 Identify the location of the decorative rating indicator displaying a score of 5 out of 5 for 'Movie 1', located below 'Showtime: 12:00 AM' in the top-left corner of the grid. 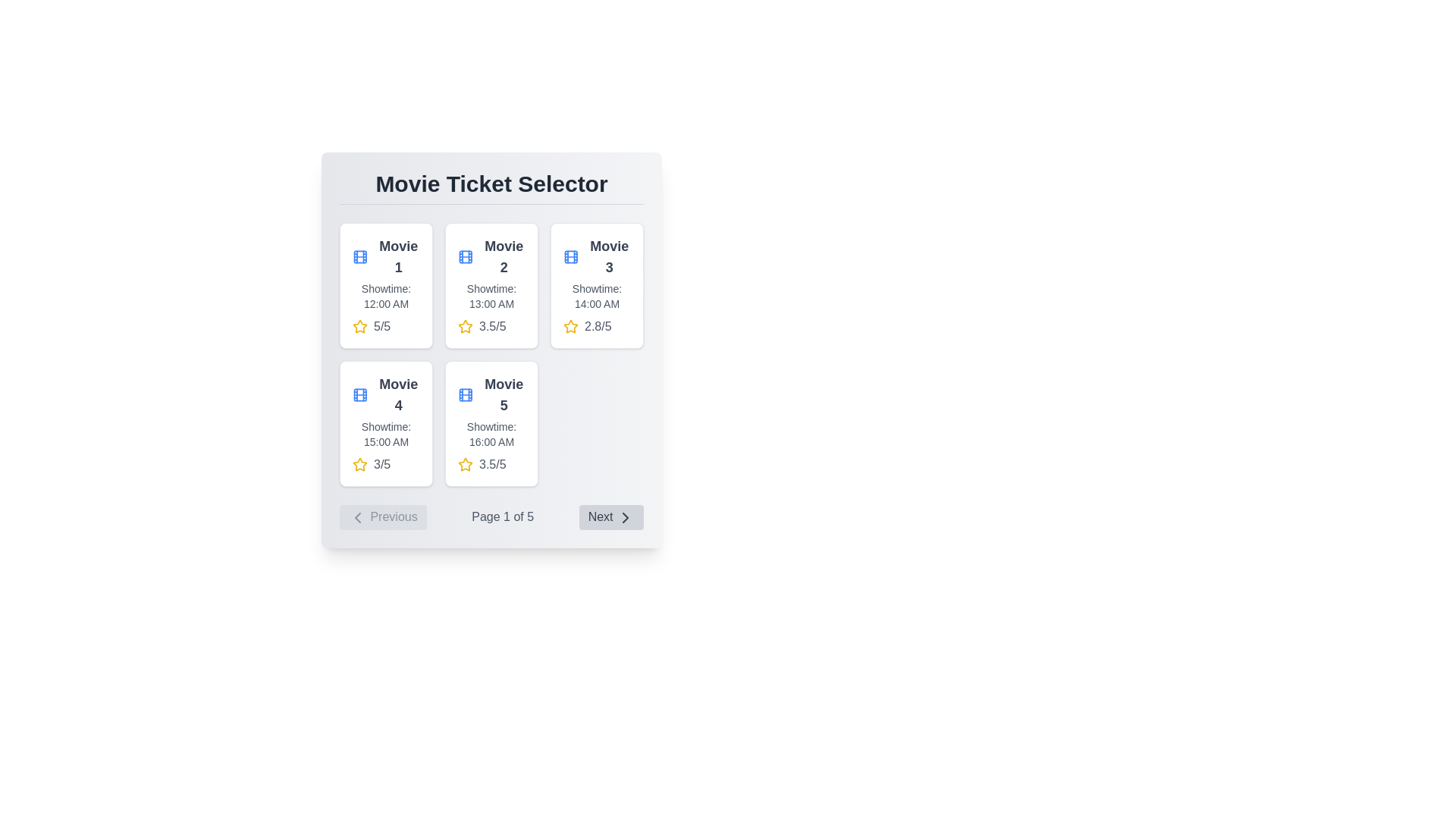
(386, 326).